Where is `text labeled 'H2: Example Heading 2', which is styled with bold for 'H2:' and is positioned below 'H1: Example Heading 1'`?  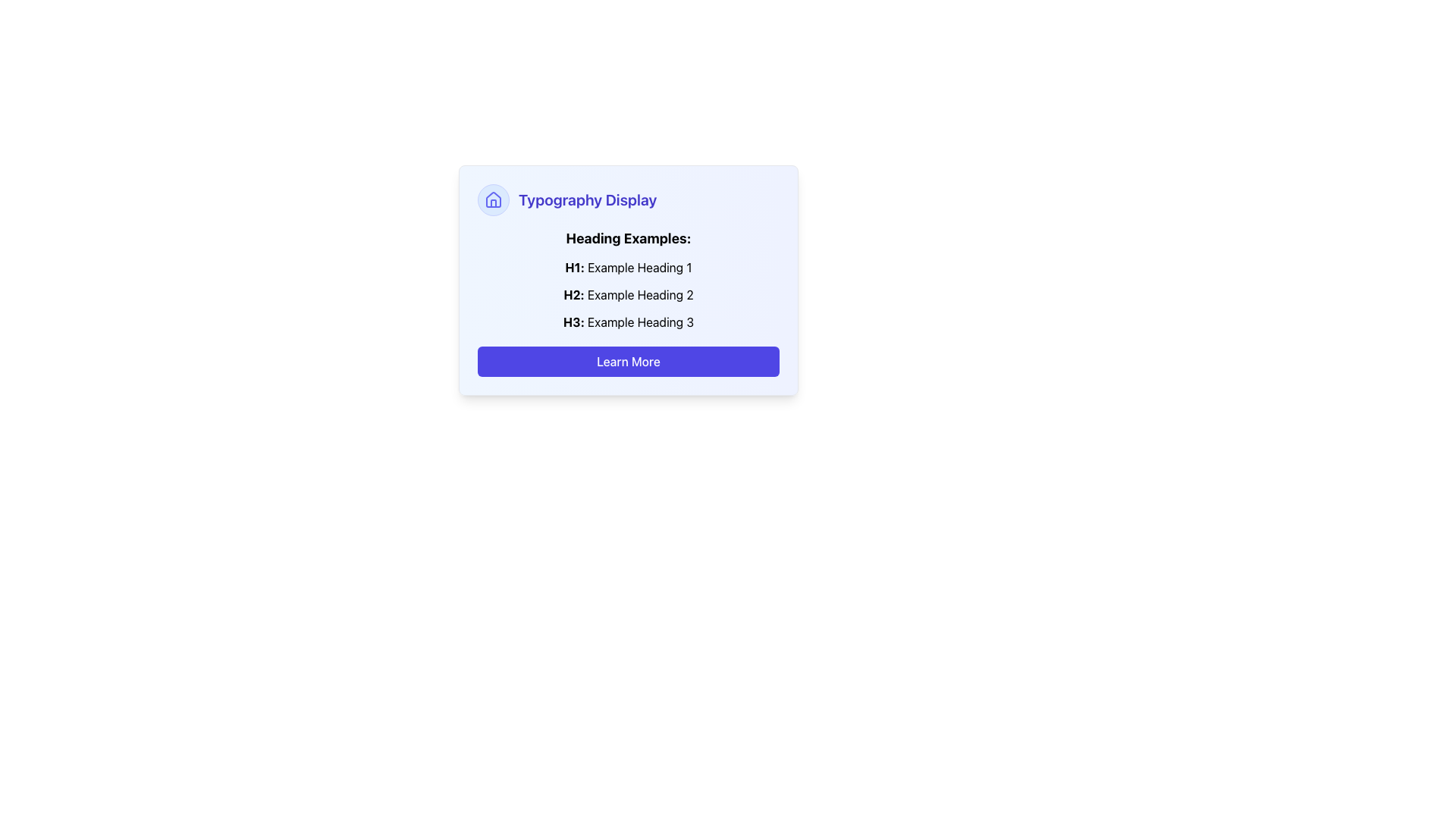
text labeled 'H2: Example Heading 2', which is styled with bold for 'H2:' and is positioned below 'H1: Example Heading 1' is located at coordinates (629, 295).